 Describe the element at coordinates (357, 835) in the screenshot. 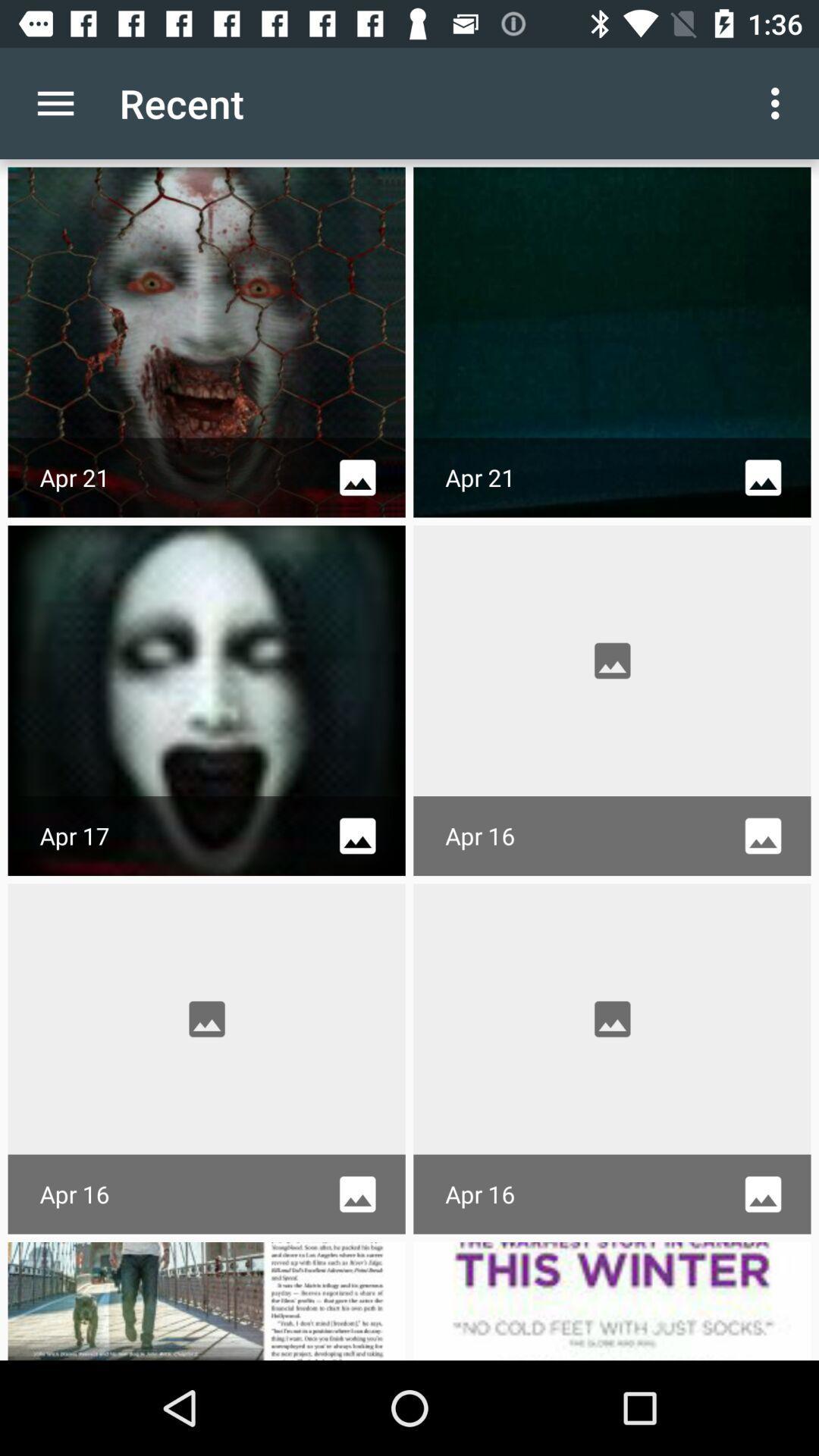

I see `the image icon of apr 17` at that location.